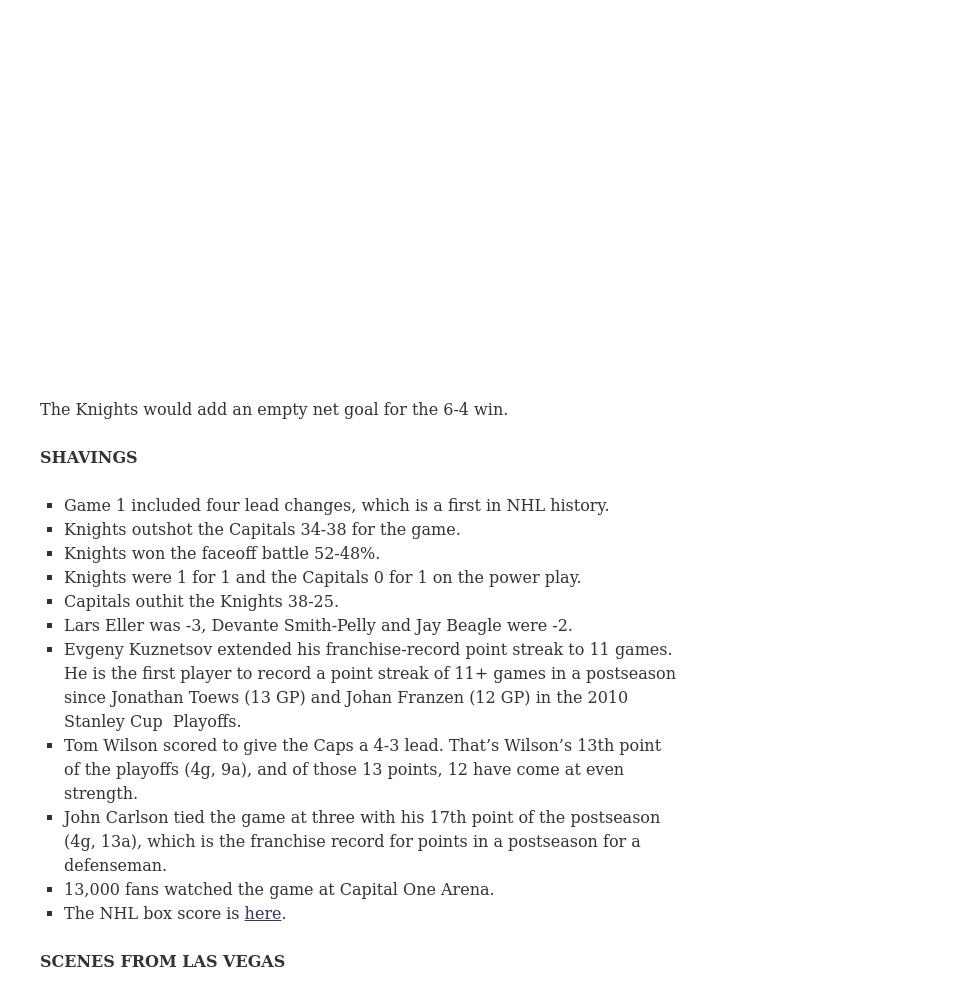 The image size is (980, 992). I want to click on 'Capitals outhit the Knights 38-25.', so click(200, 600).